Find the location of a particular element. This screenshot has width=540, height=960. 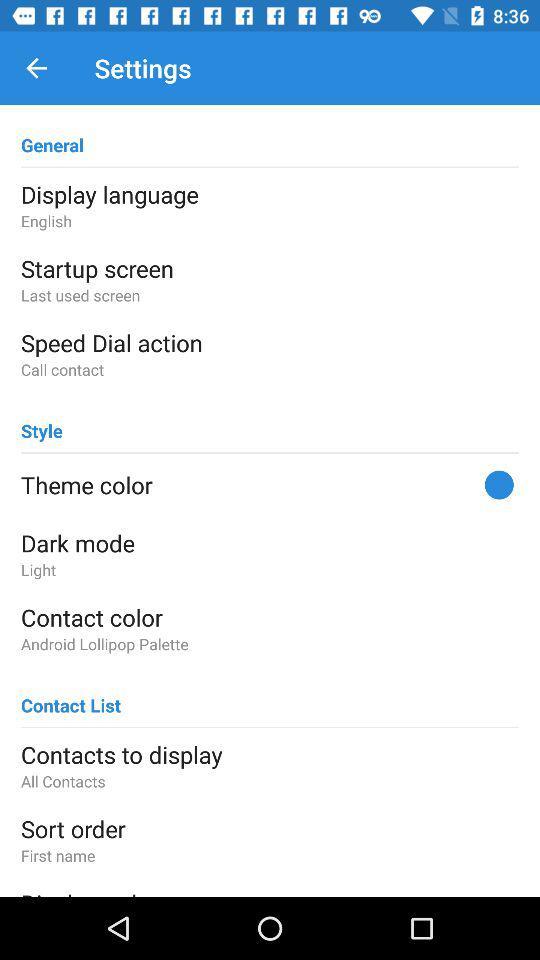

general is located at coordinates (52, 135).